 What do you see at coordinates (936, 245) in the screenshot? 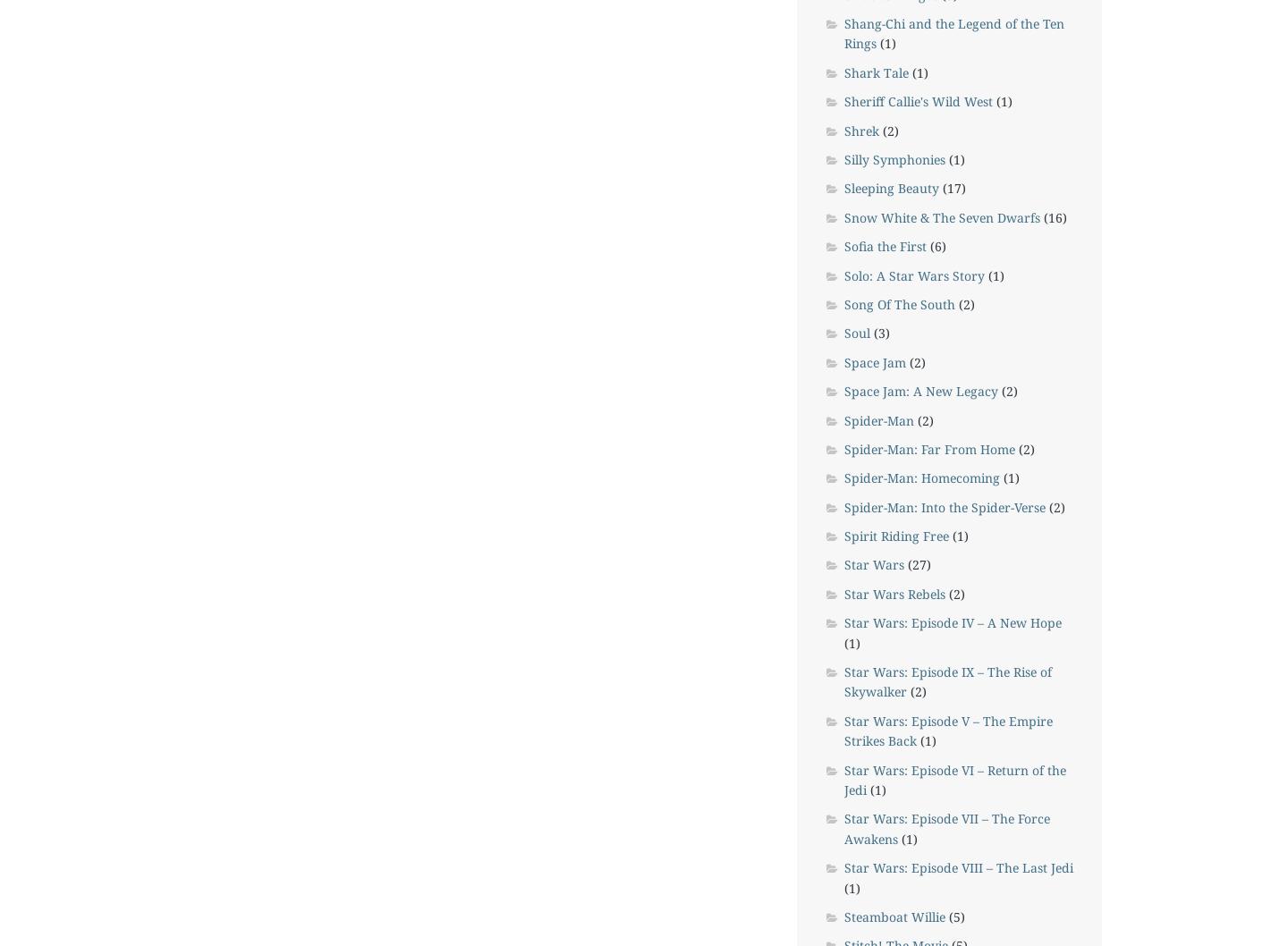
I see `'(6)'` at bounding box center [936, 245].